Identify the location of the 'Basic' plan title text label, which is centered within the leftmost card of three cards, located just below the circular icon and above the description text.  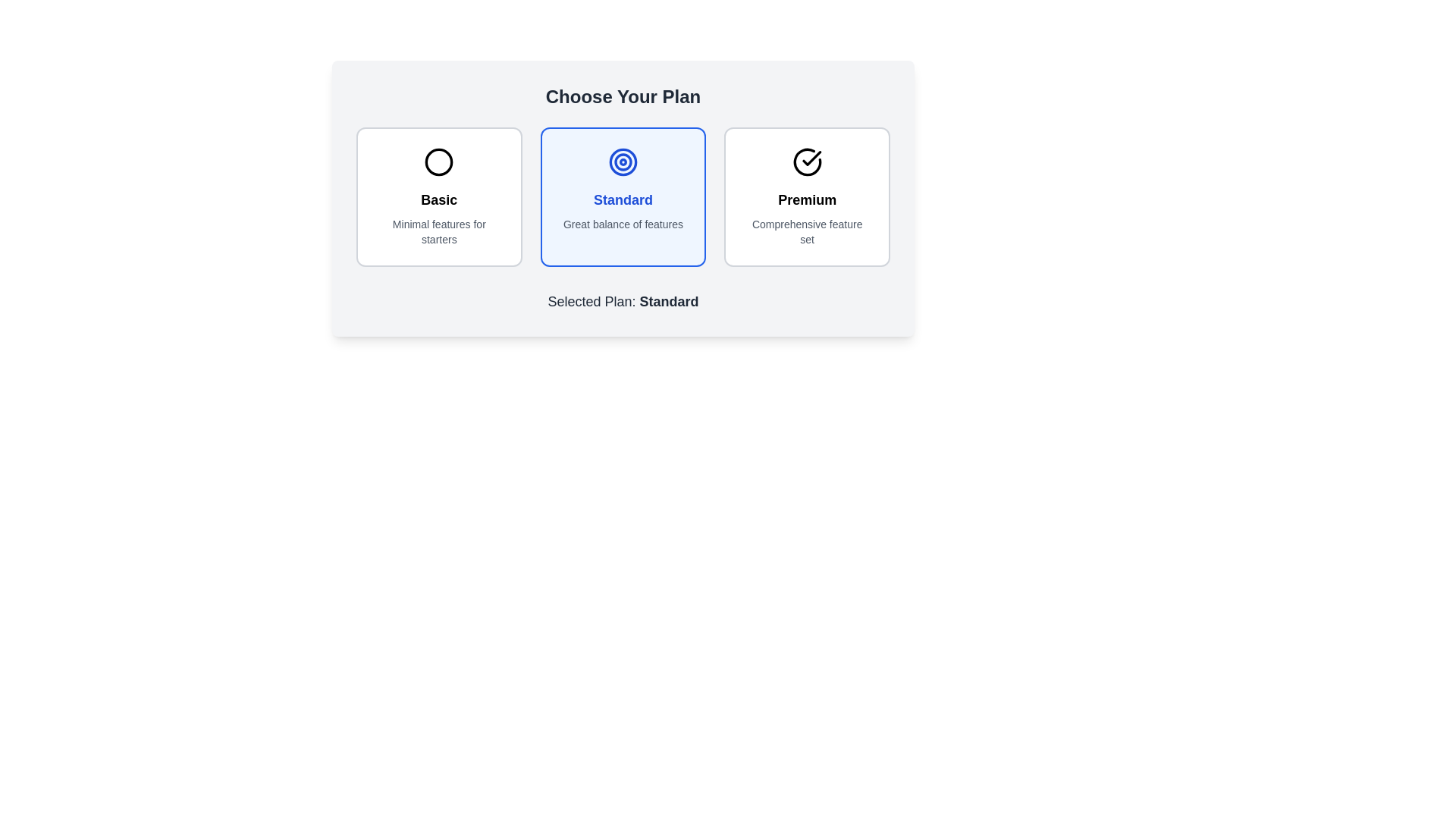
(438, 199).